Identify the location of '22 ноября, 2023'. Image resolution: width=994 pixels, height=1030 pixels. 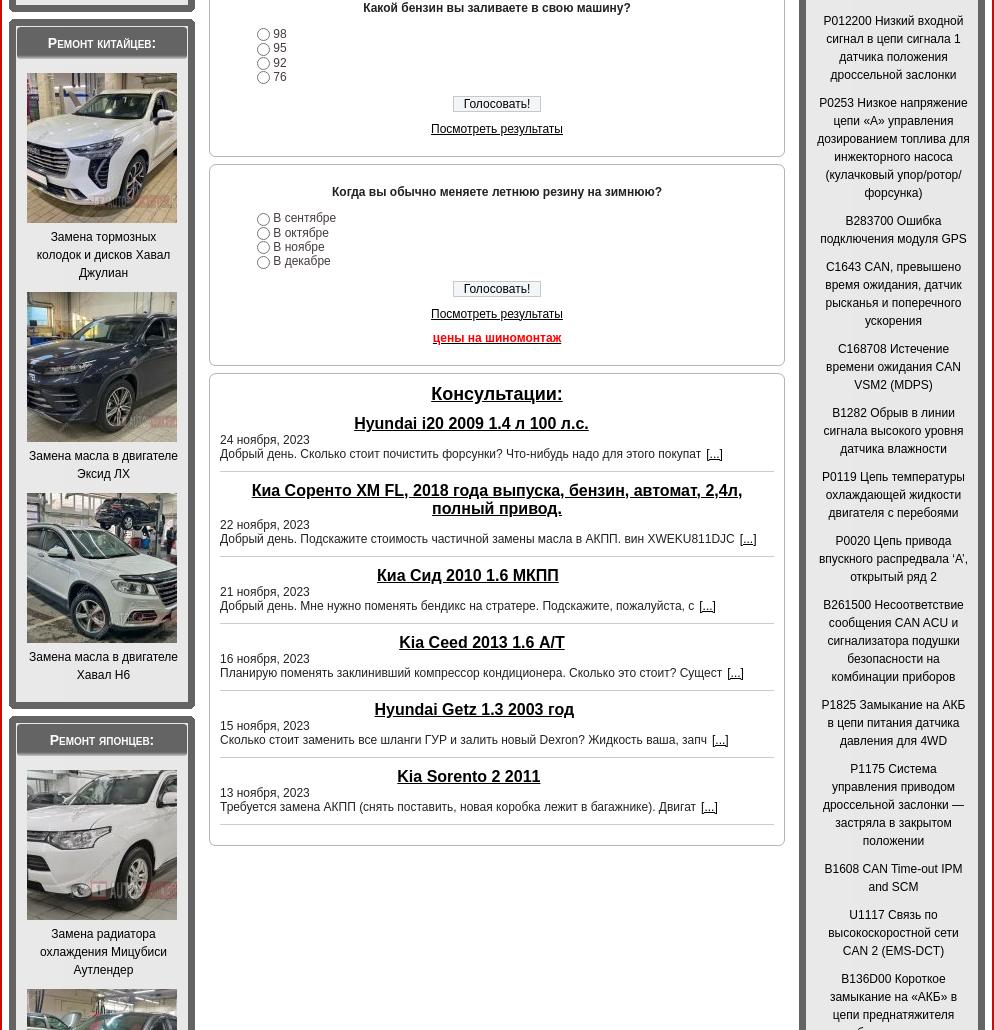
(219, 523).